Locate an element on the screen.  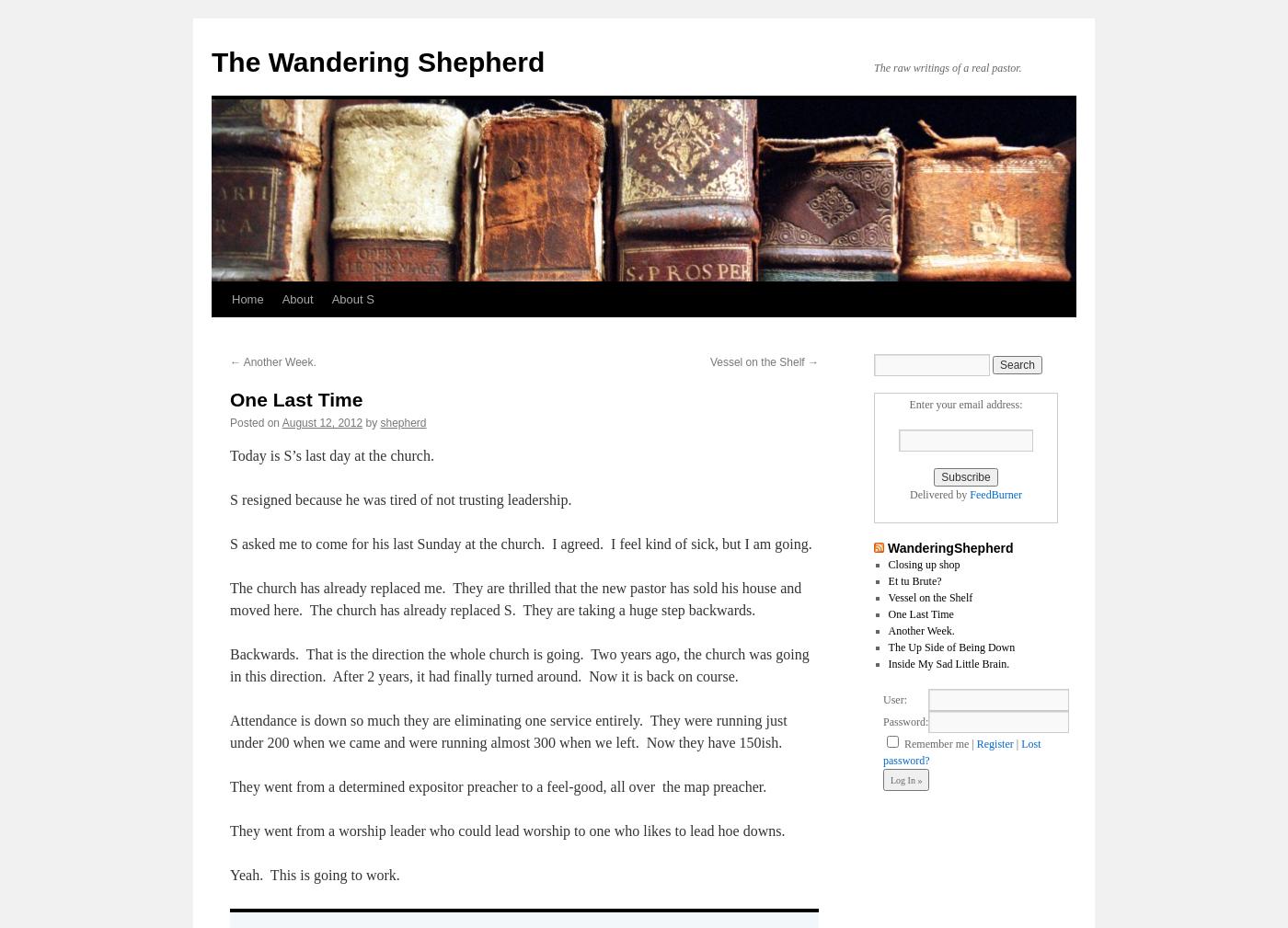
'August 12, 2012' is located at coordinates (322, 422).